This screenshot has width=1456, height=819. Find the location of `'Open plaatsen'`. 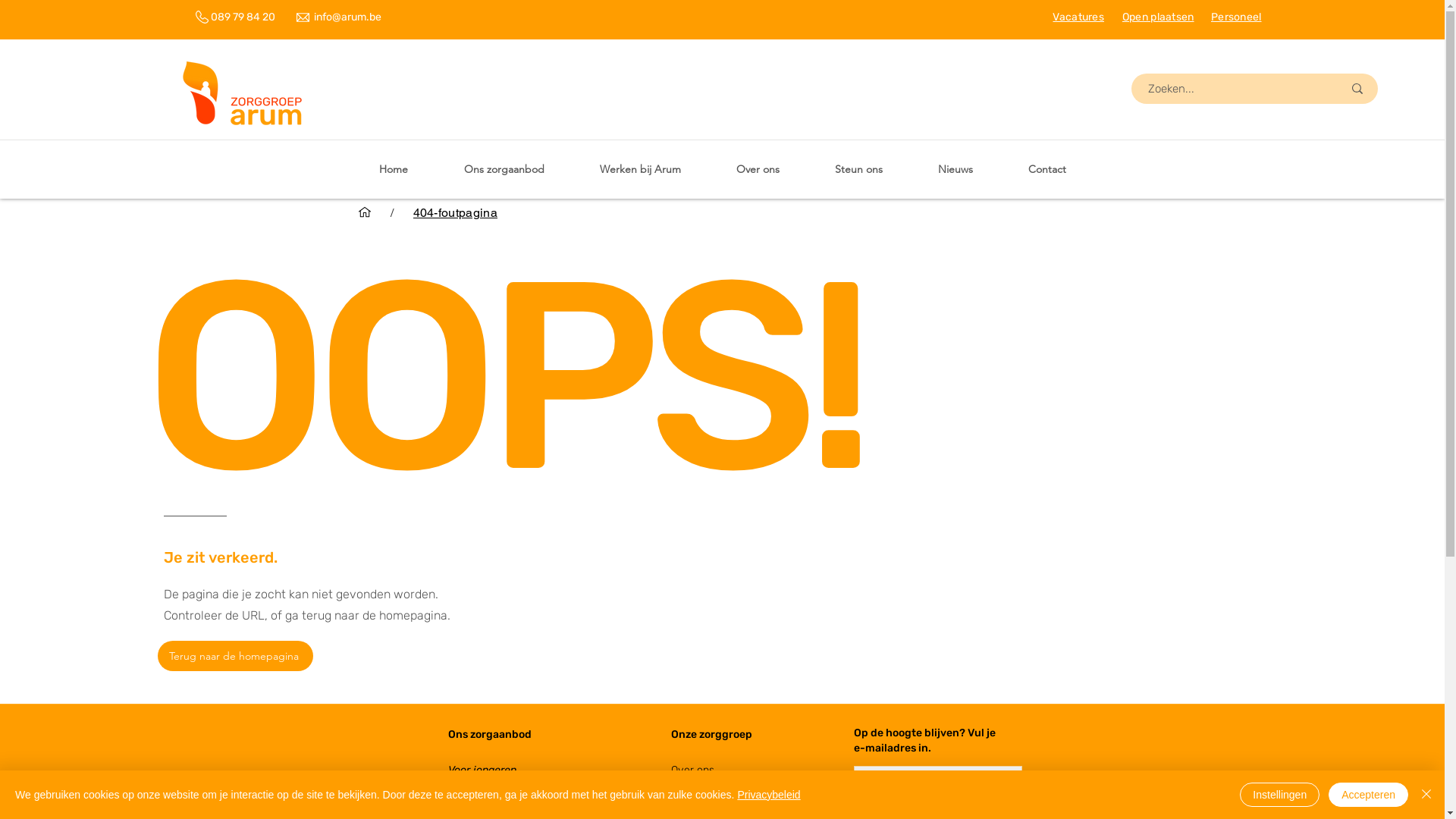

'Open plaatsen' is located at coordinates (1122, 17).